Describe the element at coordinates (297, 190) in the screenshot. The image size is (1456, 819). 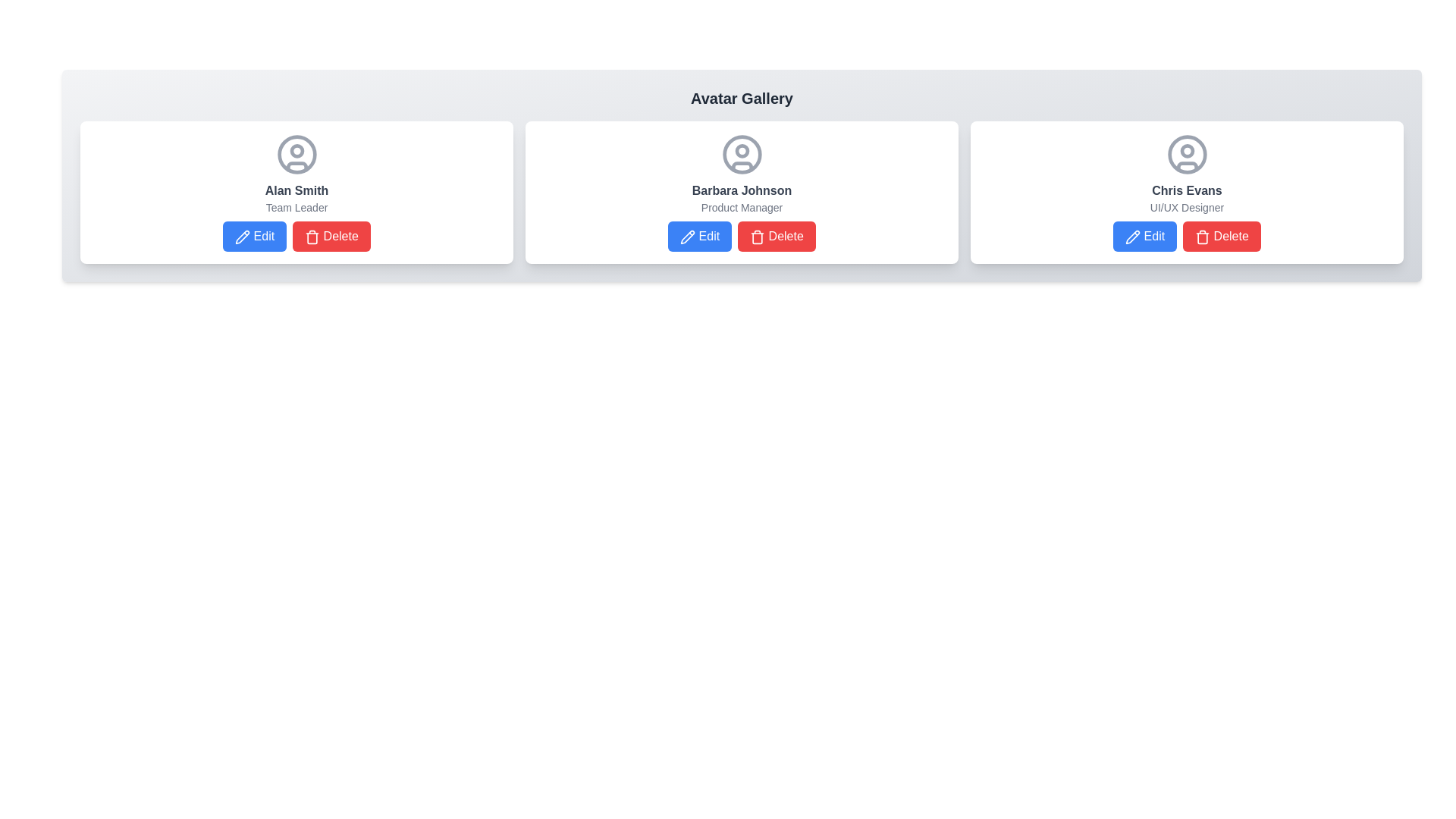
I see `the text label that identifies the name of the individual represented by the associated avatar, located directly beneath the avatar icon and above the text 'Team Leader'` at that location.